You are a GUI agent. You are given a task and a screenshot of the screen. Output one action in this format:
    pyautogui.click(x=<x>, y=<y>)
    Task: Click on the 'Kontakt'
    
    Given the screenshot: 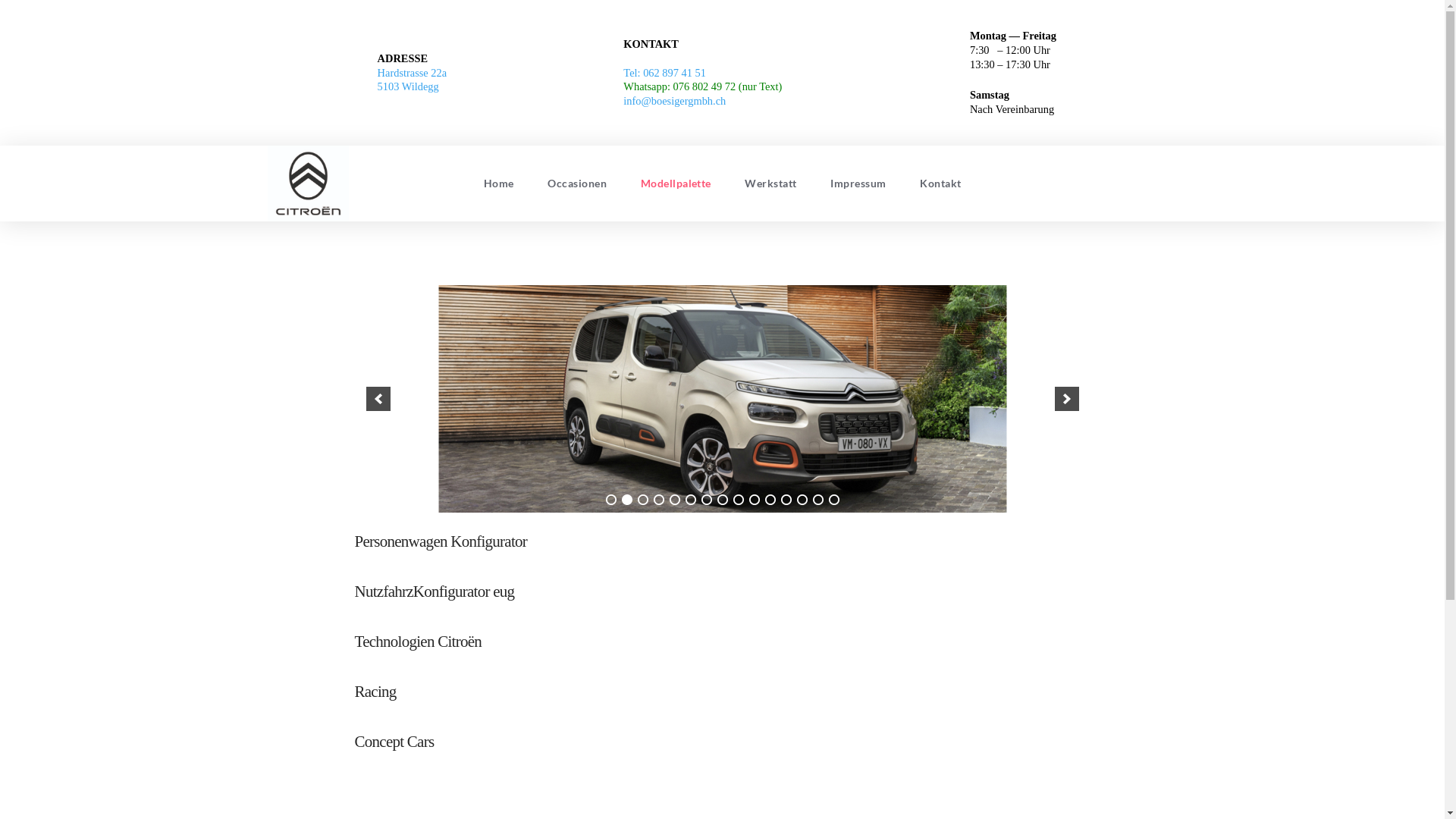 What is the action you would take?
    pyautogui.click(x=940, y=183)
    